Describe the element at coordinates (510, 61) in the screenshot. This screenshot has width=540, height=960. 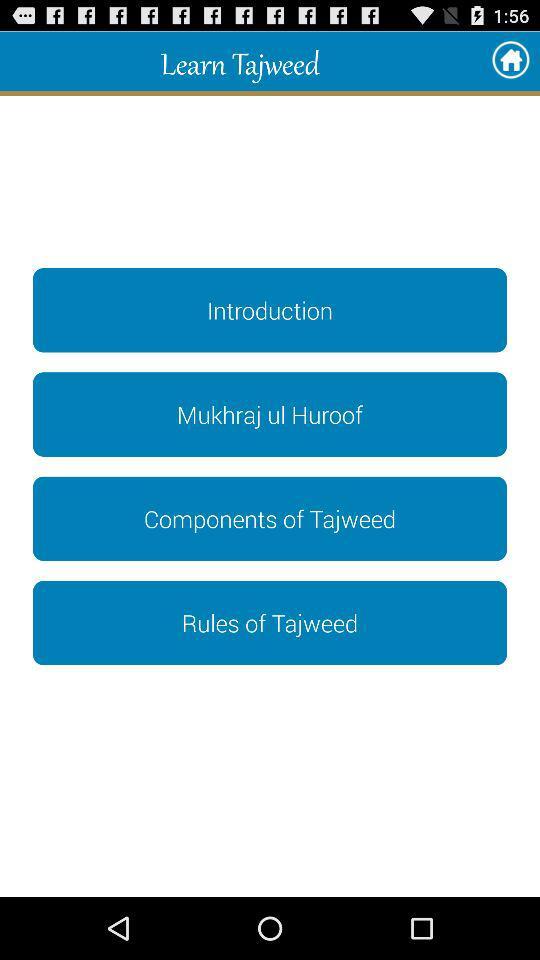
I see `item to the right of learn tajweed icon` at that location.